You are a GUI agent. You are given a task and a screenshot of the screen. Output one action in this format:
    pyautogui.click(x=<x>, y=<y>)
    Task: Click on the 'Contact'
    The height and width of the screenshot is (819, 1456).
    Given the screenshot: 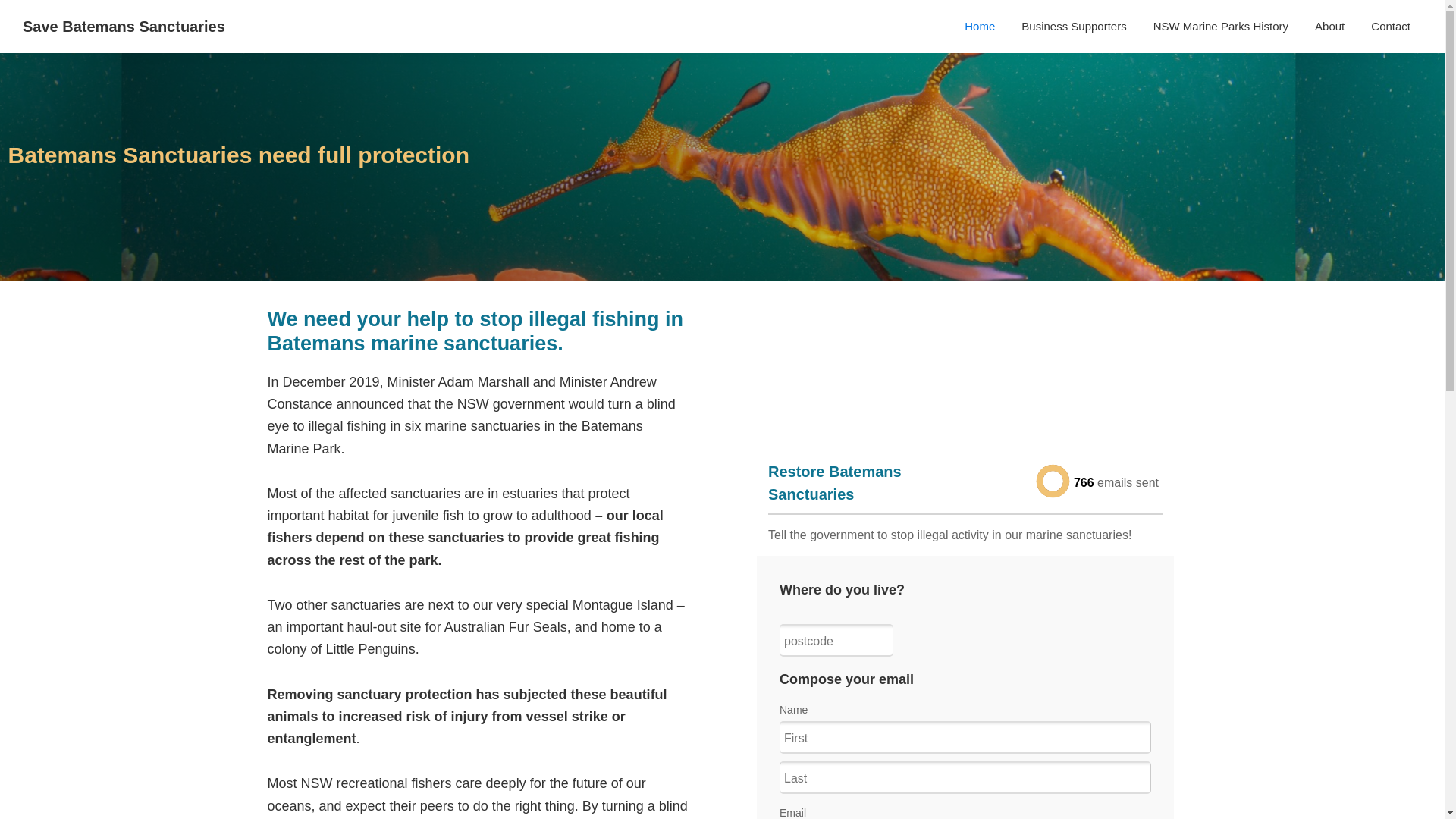 What is the action you would take?
    pyautogui.click(x=1390, y=26)
    